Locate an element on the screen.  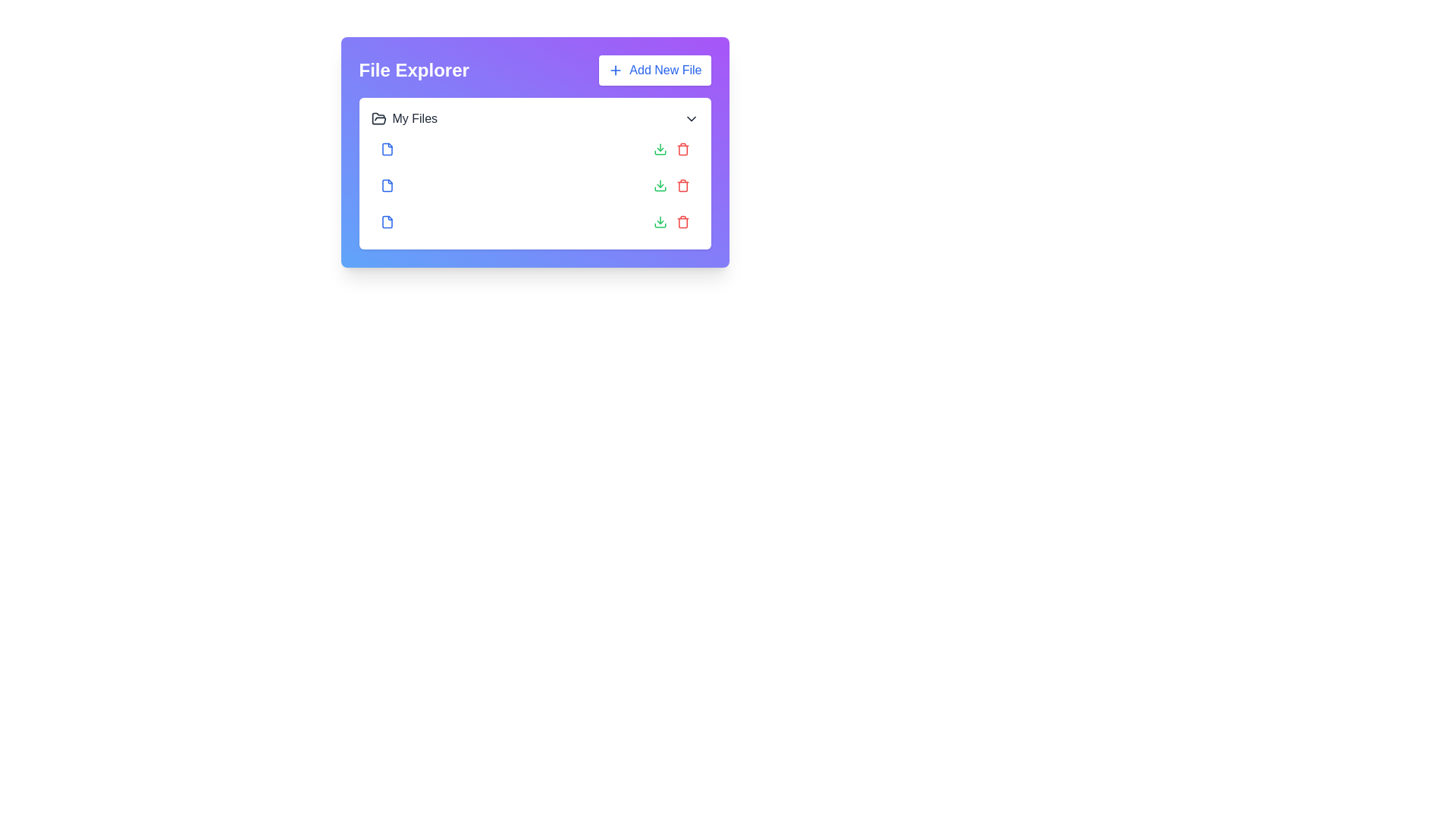
the file icon representing the third file entry is located at coordinates (387, 222).